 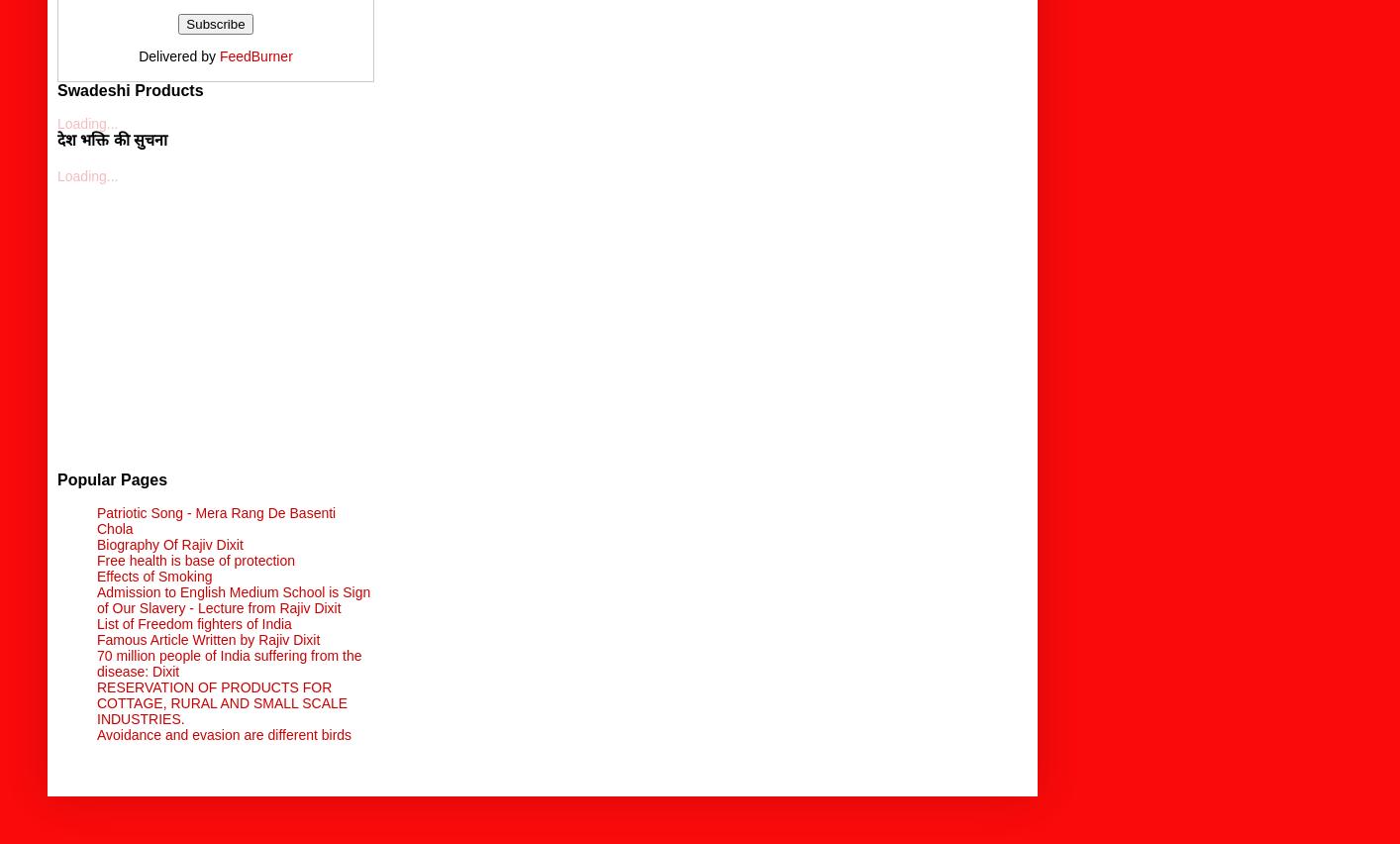 What do you see at coordinates (215, 519) in the screenshot?
I see `'Patriotic Song - Mera Rang De Basenti Chola'` at bounding box center [215, 519].